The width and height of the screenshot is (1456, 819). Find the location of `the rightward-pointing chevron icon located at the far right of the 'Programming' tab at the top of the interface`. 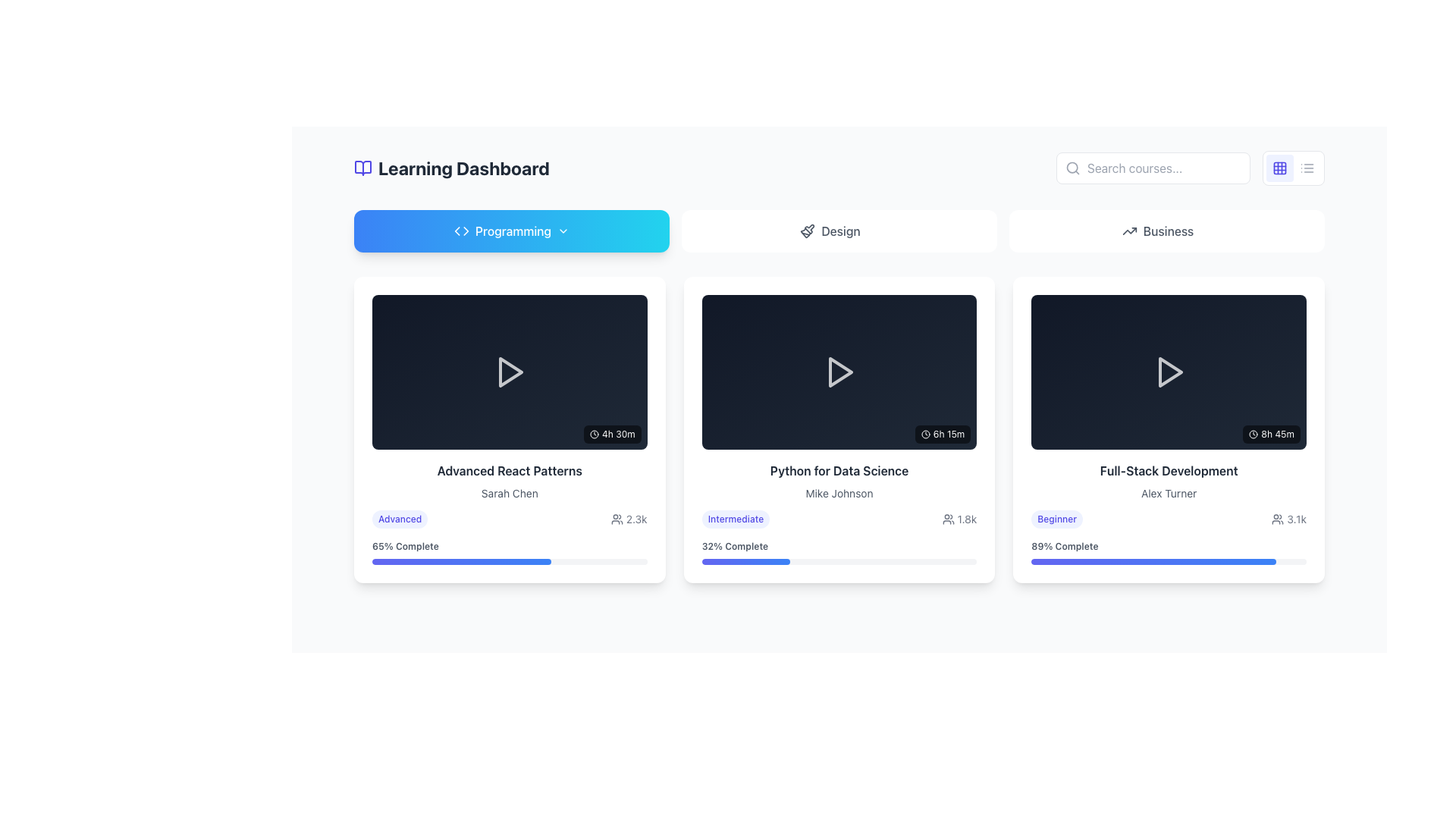

the rightward-pointing chevron icon located at the far right of the 'Programming' tab at the top of the interface is located at coordinates (563, 231).